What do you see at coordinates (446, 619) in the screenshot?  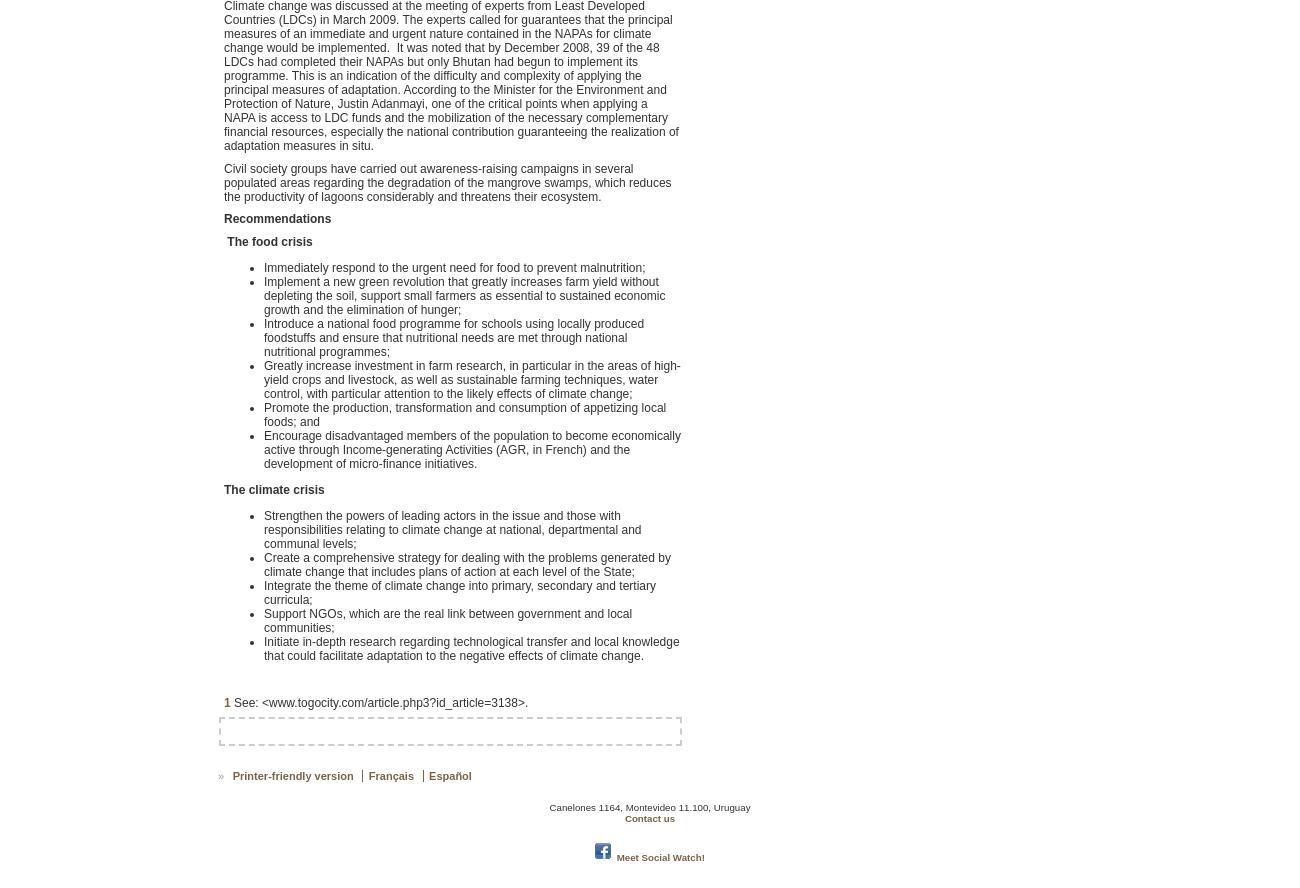 I see `'Support  NGOs, which are the real link between government and local communities;'` at bounding box center [446, 619].